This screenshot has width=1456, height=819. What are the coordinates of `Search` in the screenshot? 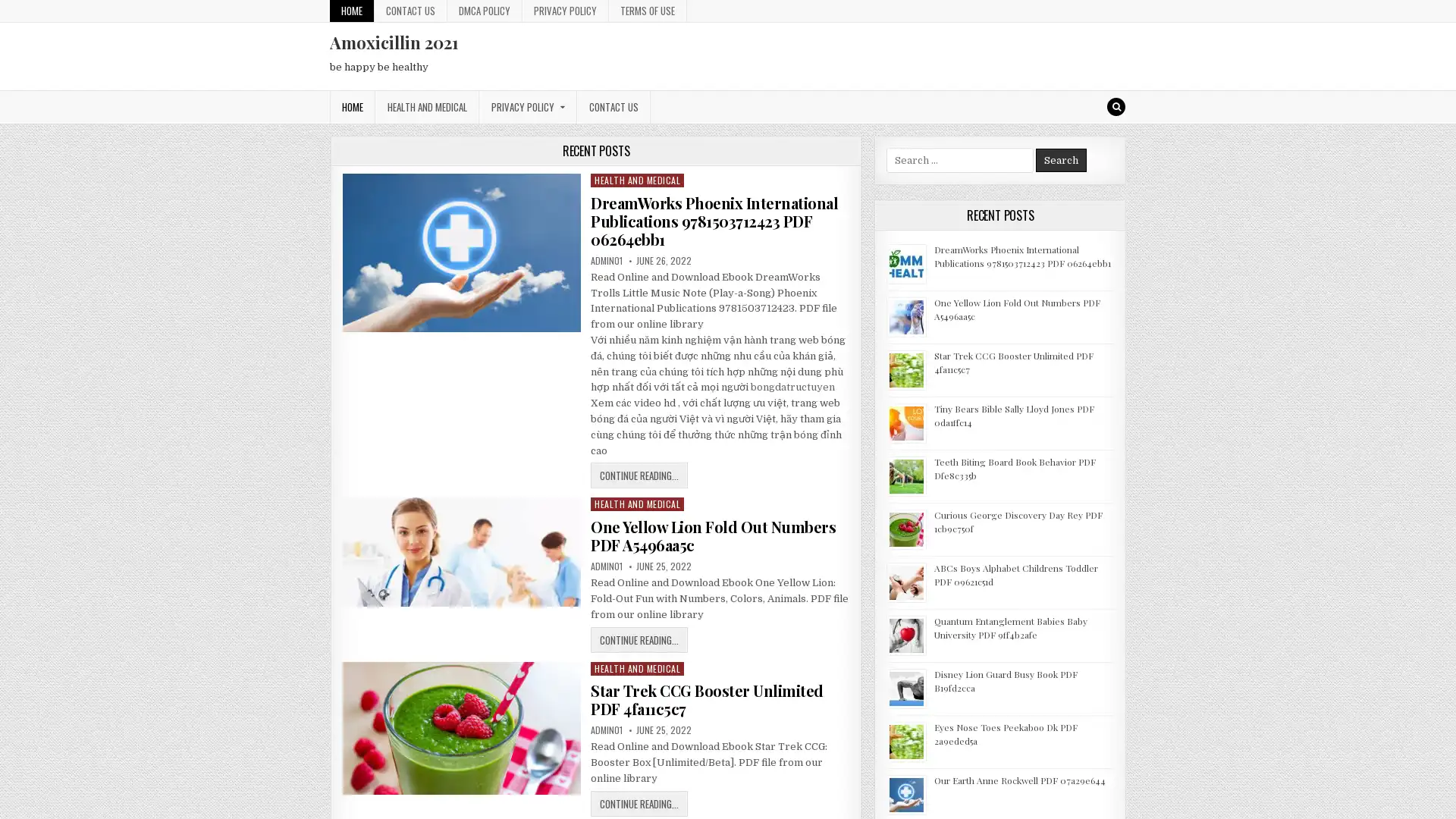 It's located at (1060, 160).